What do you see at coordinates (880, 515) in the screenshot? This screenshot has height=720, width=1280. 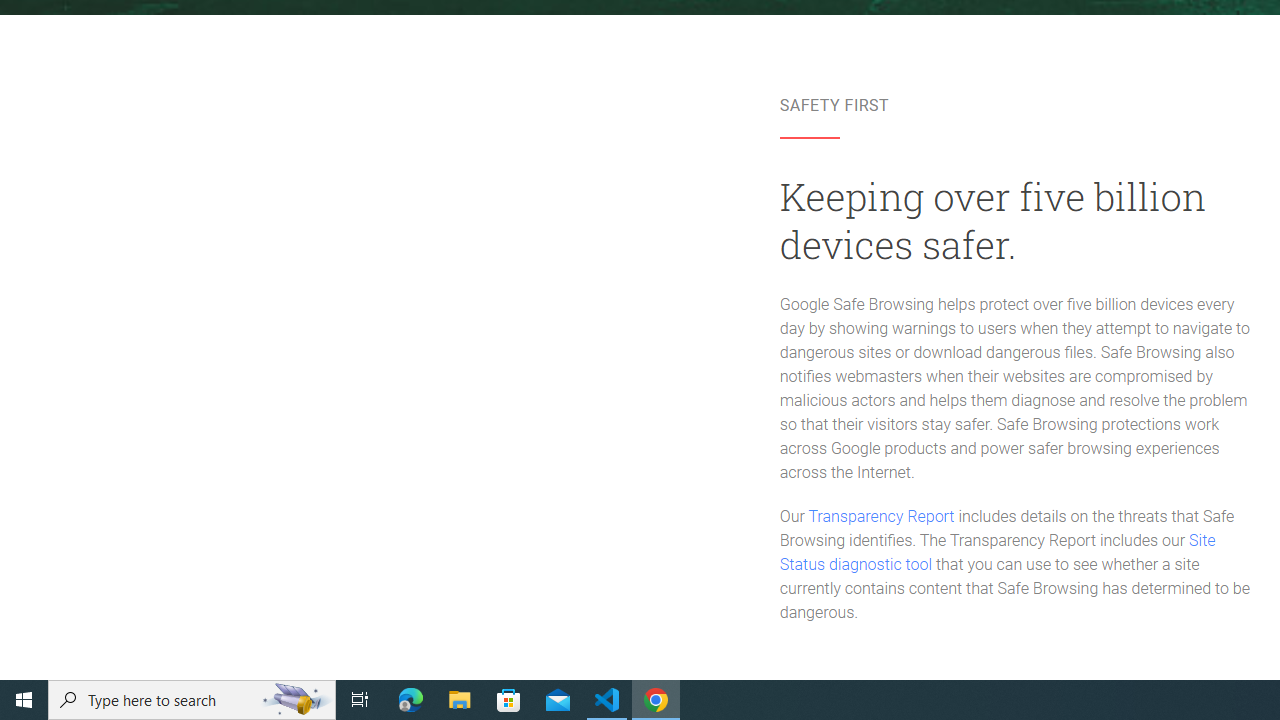 I see `'Transparency Report'` at bounding box center [880, 515].